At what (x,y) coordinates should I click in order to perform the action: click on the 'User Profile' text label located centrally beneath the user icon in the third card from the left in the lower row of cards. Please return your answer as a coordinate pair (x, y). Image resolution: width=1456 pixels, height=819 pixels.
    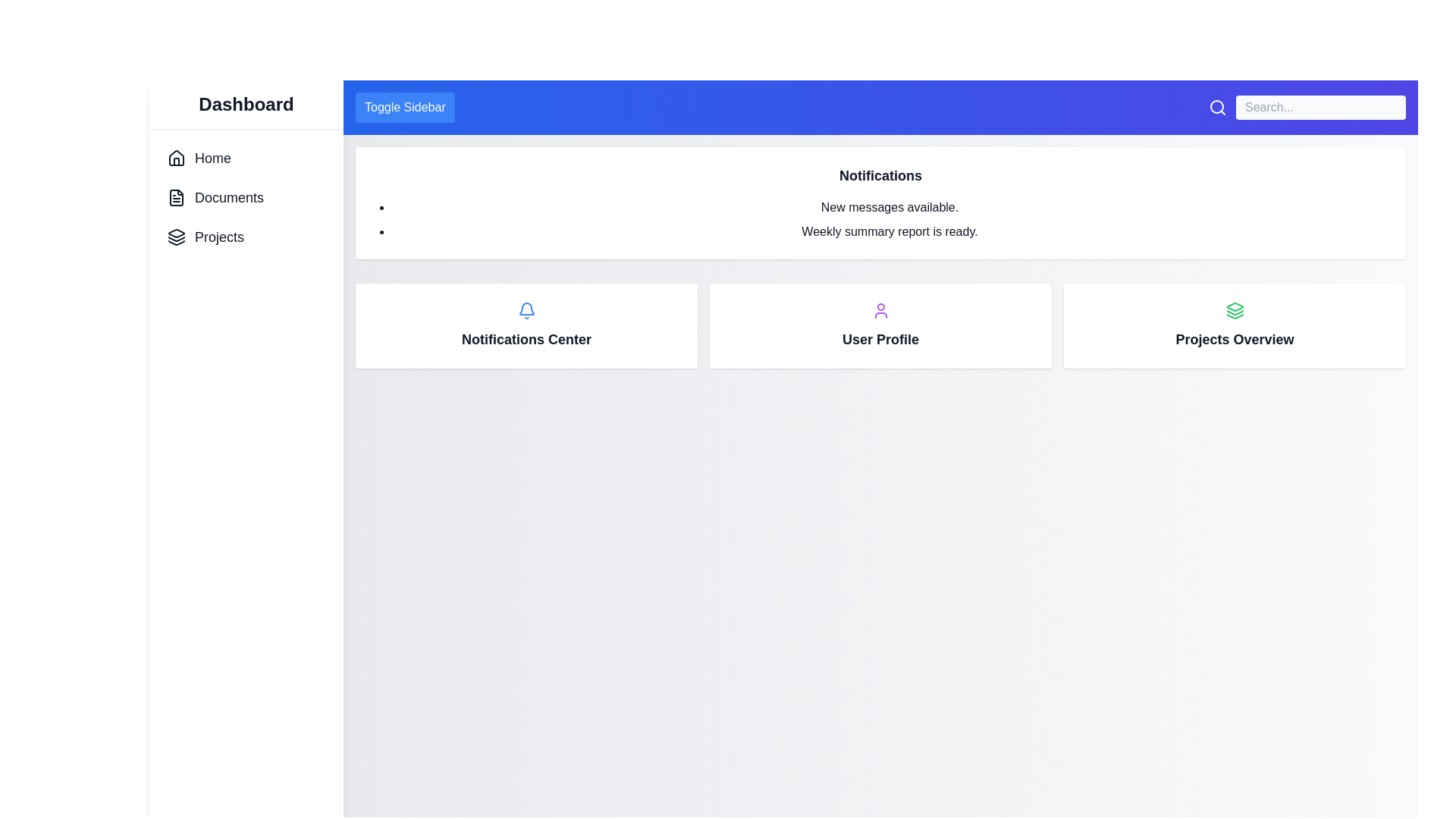
    Looking at the image, I should click on (880, 338).